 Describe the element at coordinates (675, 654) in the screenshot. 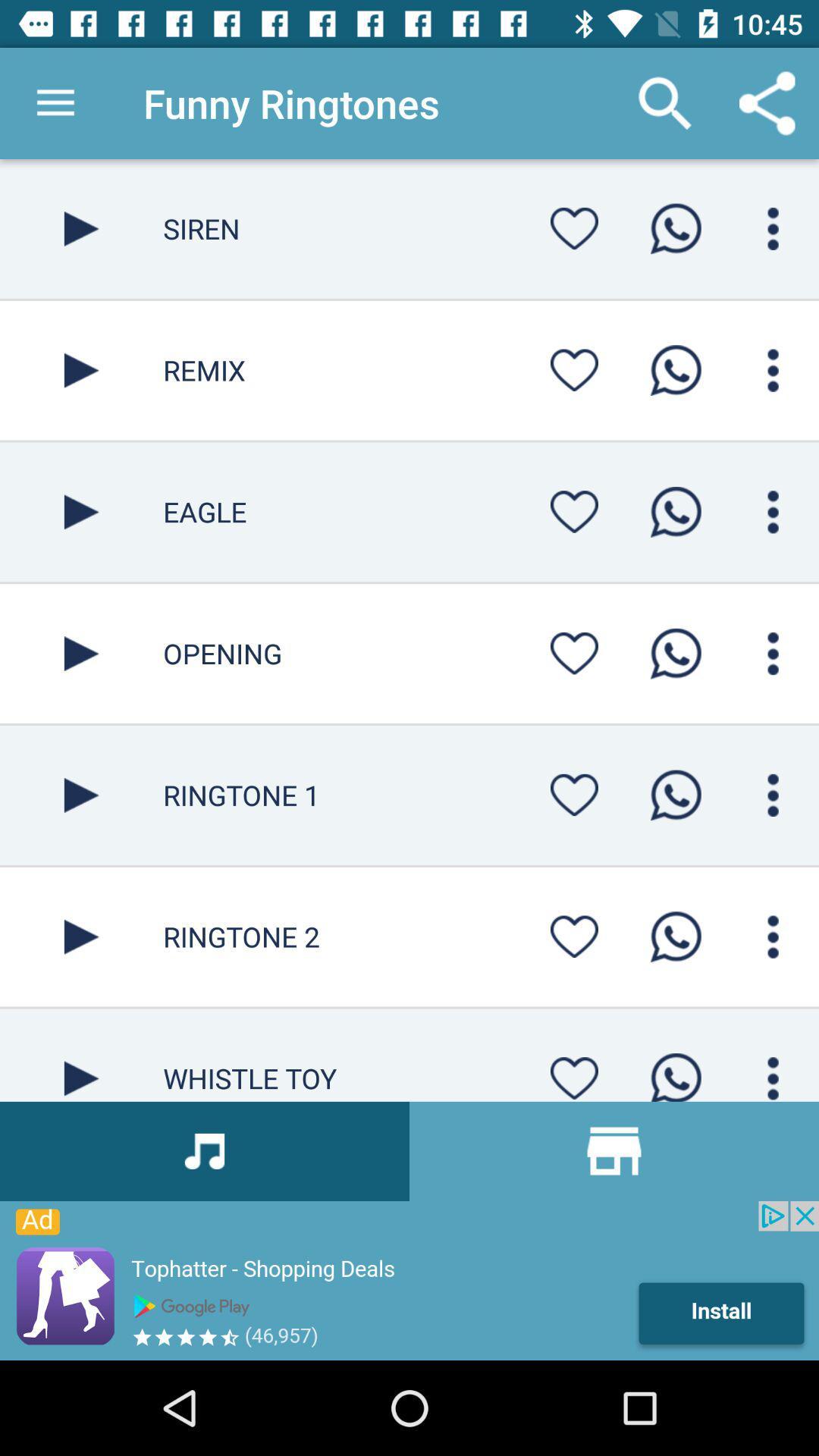

I see `whatsapp image` at that location.